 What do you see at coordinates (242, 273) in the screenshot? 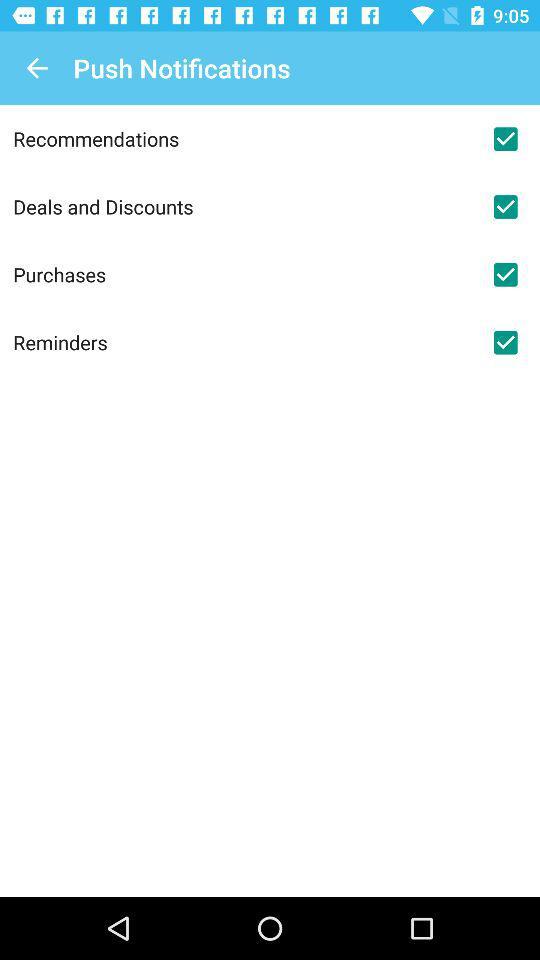
I see `icon above the reminders` at bounding box center [242, 273].